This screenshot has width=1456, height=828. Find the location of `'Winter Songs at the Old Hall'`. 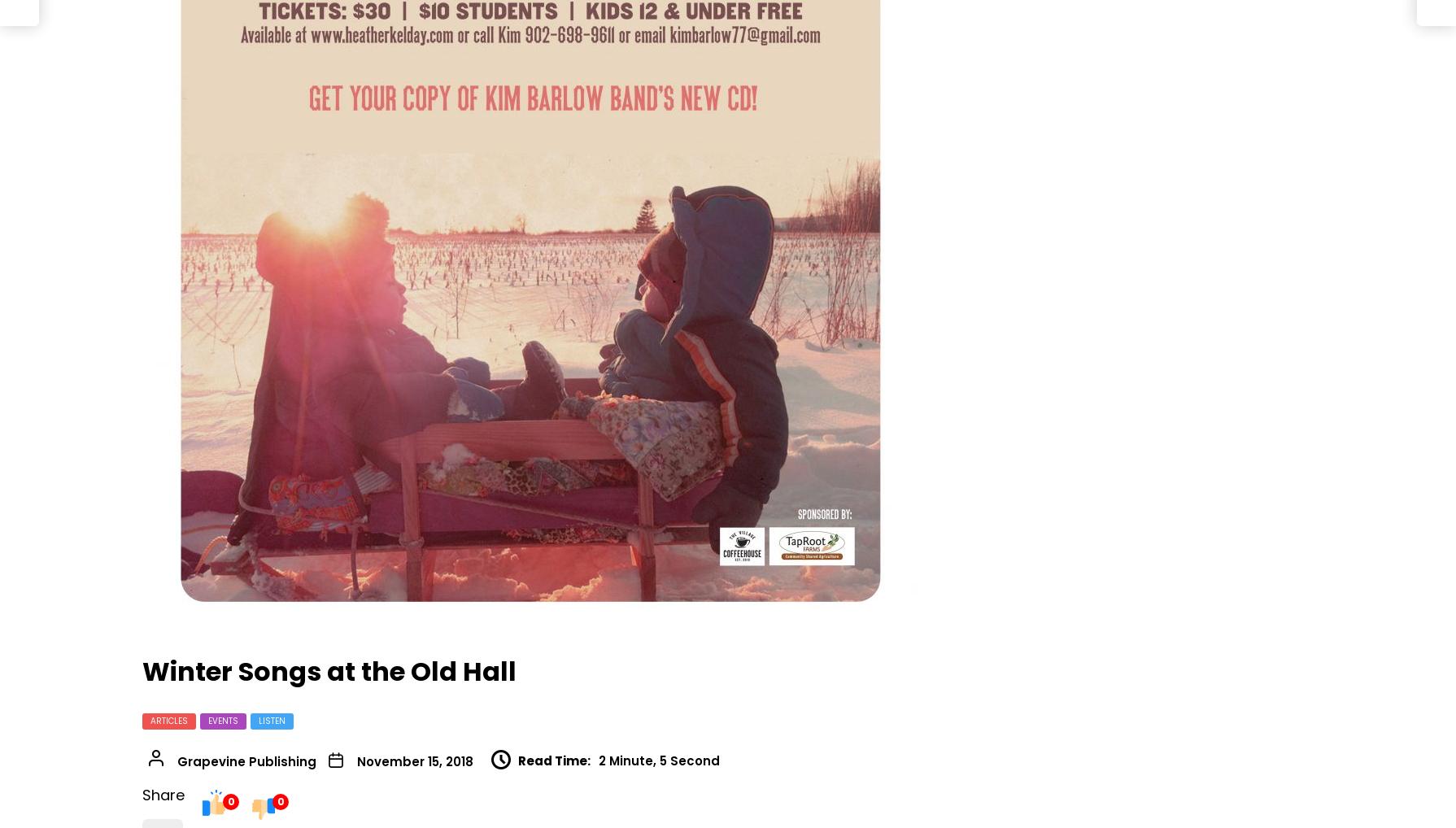

'Winter Songs at the Old Hall' is located at coordinates (329, 670).